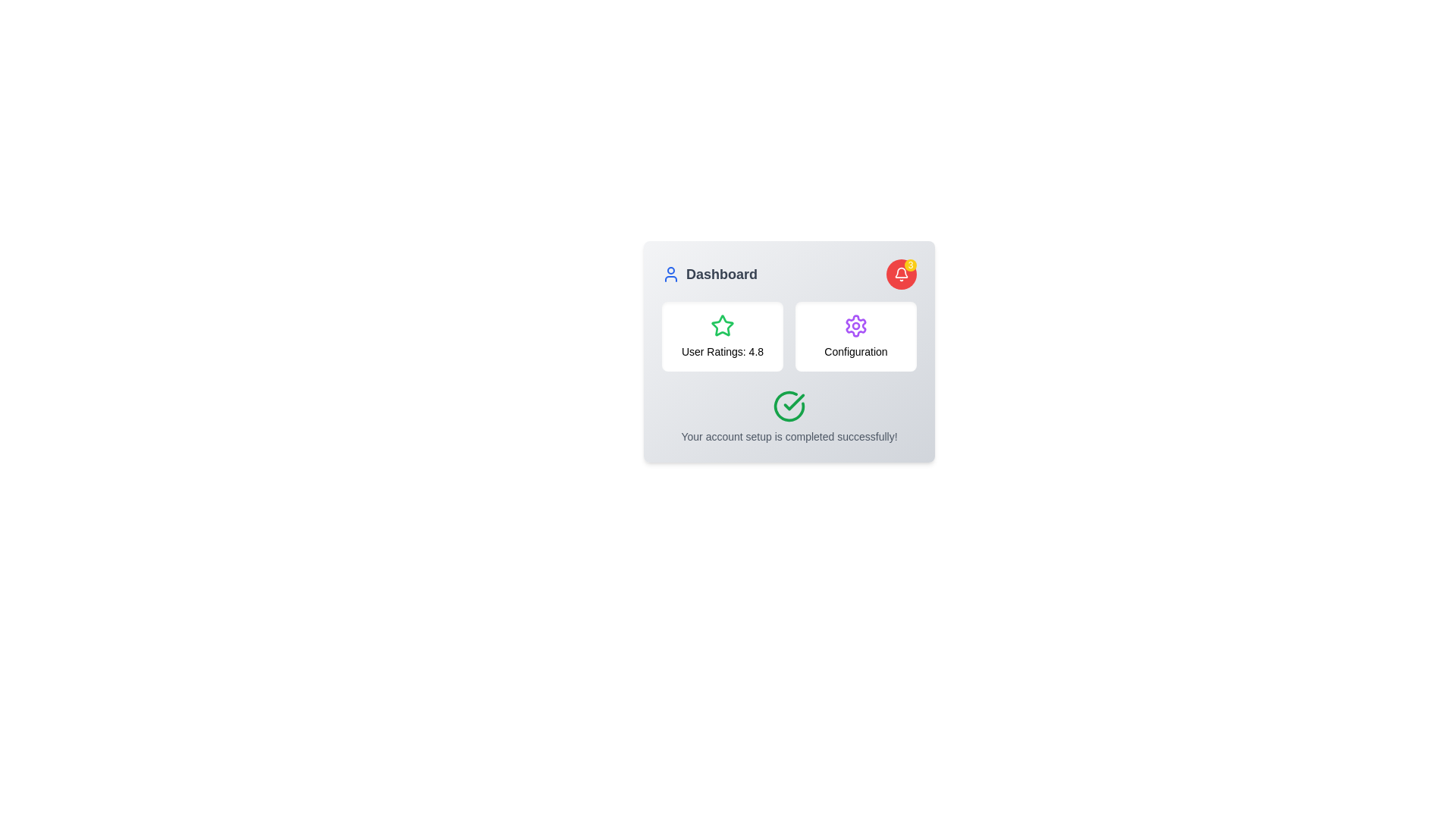  What do you see at coordinates (721, 351) in the screenshot?
I see `the static text label displaying 'User Ratings: 4.8' located below the green star icon in the left card section of the UI` at bounding box center [721, 351].